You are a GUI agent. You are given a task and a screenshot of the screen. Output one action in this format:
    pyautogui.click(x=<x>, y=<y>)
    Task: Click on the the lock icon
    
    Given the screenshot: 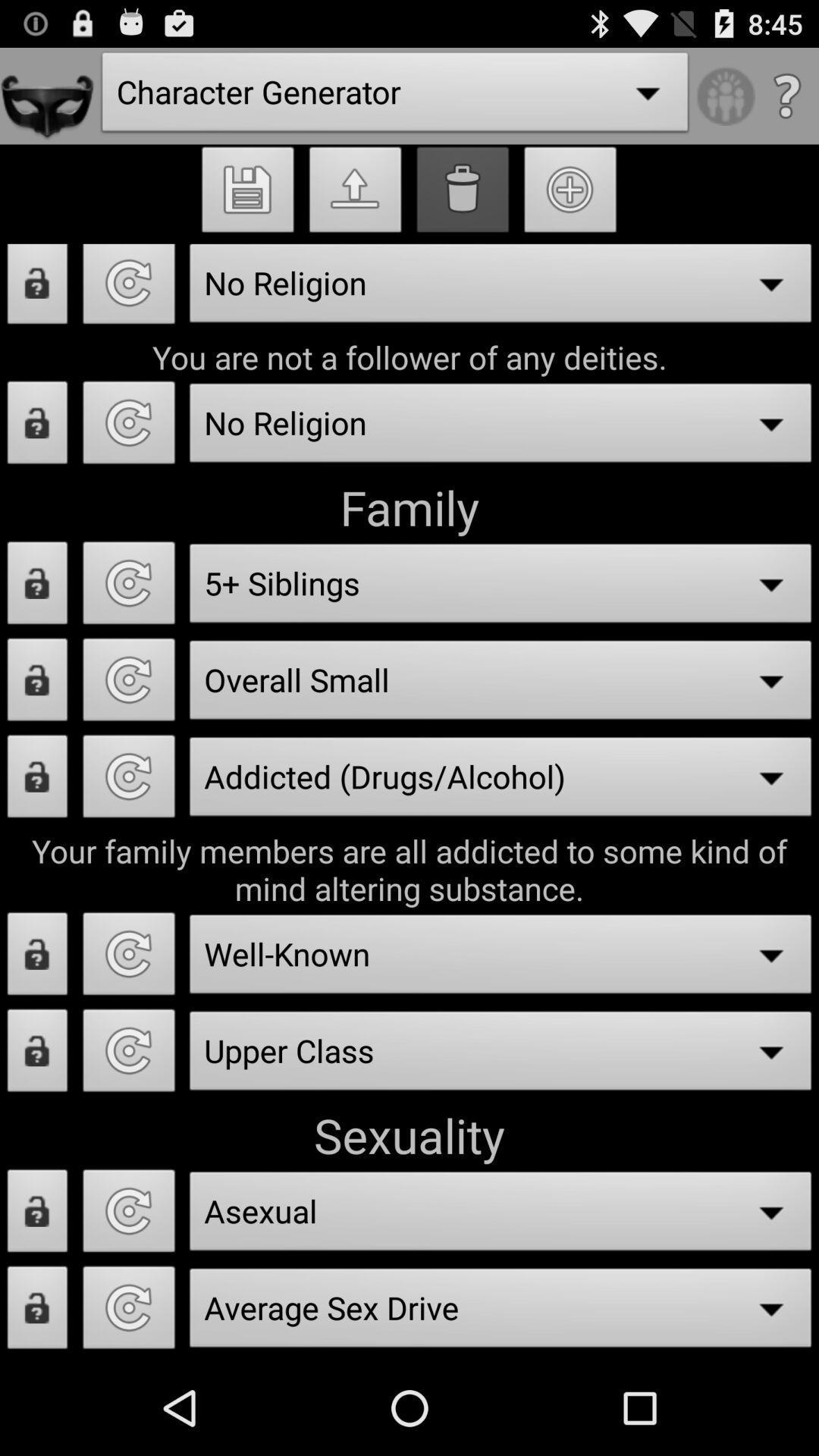 What is the action you would take?
    pyautogui.click(x=36, y=1300)
    